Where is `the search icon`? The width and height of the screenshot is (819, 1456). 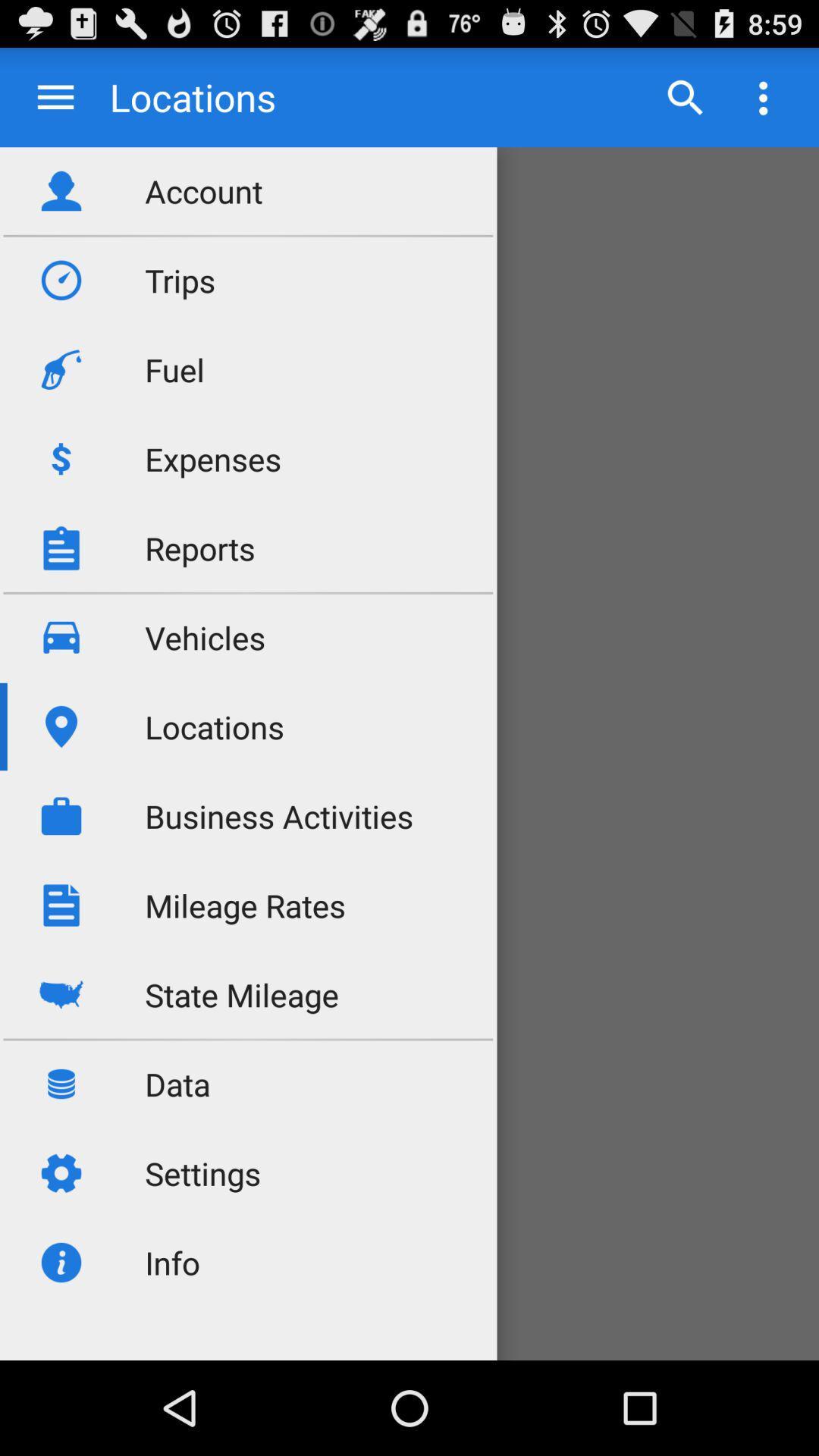
the search icon is located at coordinates (685, 103).